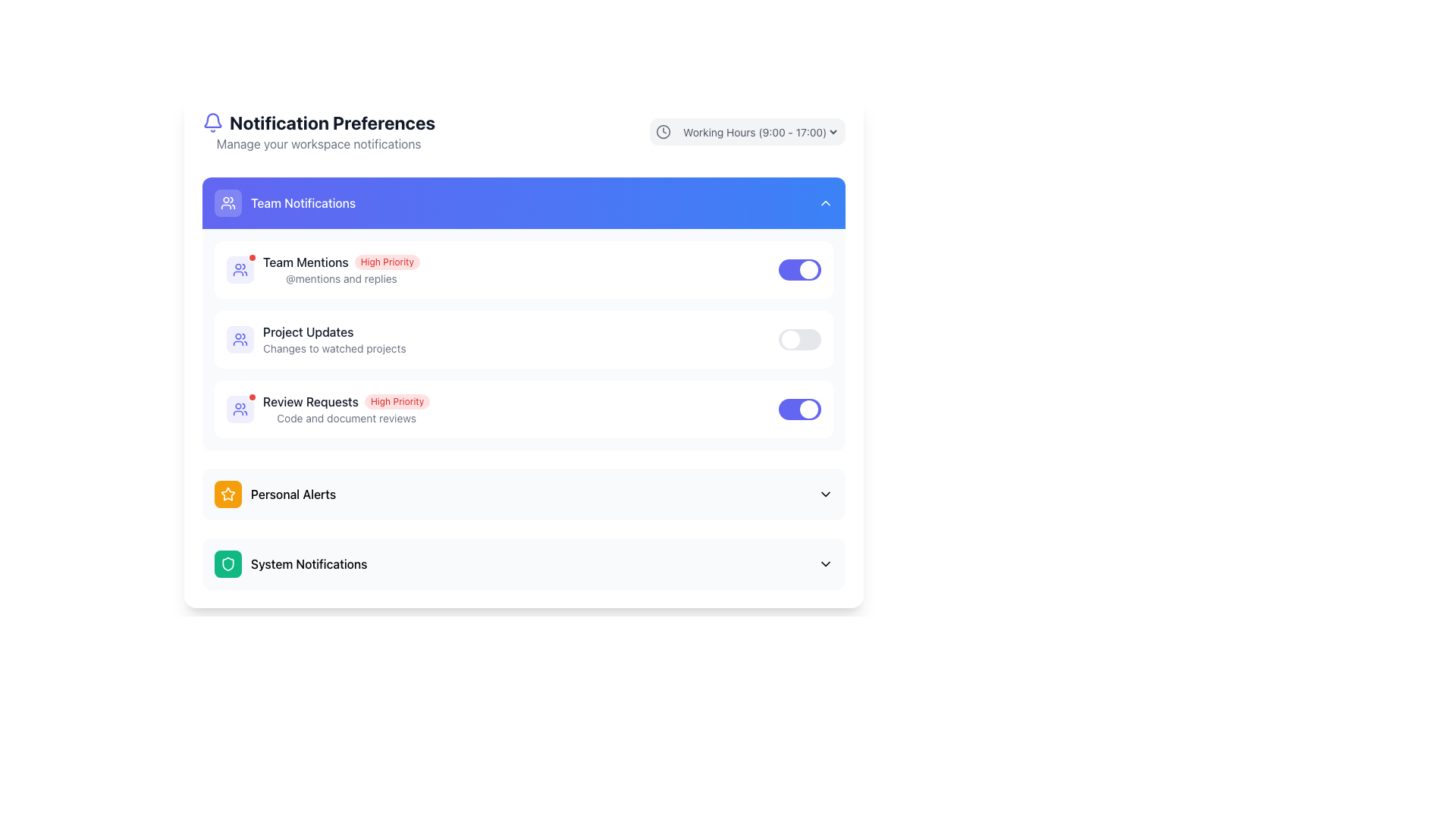  Describe the element at coordinates (825, 564) in the screenshot. I see `the downward-facing chevron icon with the class 'lucide-chevron-down' located at the far right of the 'System Notifications' row` at that location.